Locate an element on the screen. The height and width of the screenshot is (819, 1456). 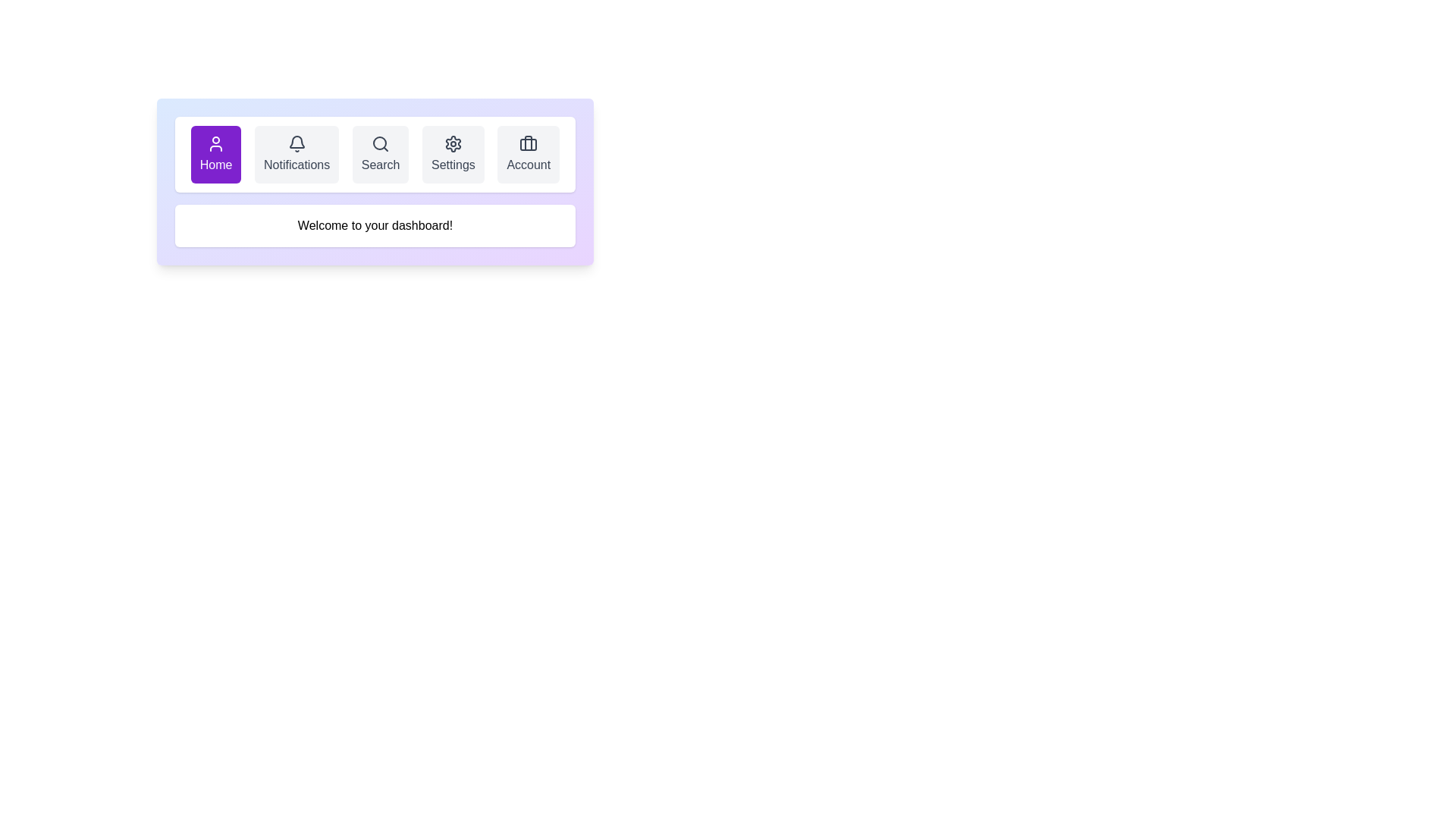
the top part of the briefcase icon located inside the 'Account' button in the top-right section of the navigation bar is located at coordinates (529, 143).